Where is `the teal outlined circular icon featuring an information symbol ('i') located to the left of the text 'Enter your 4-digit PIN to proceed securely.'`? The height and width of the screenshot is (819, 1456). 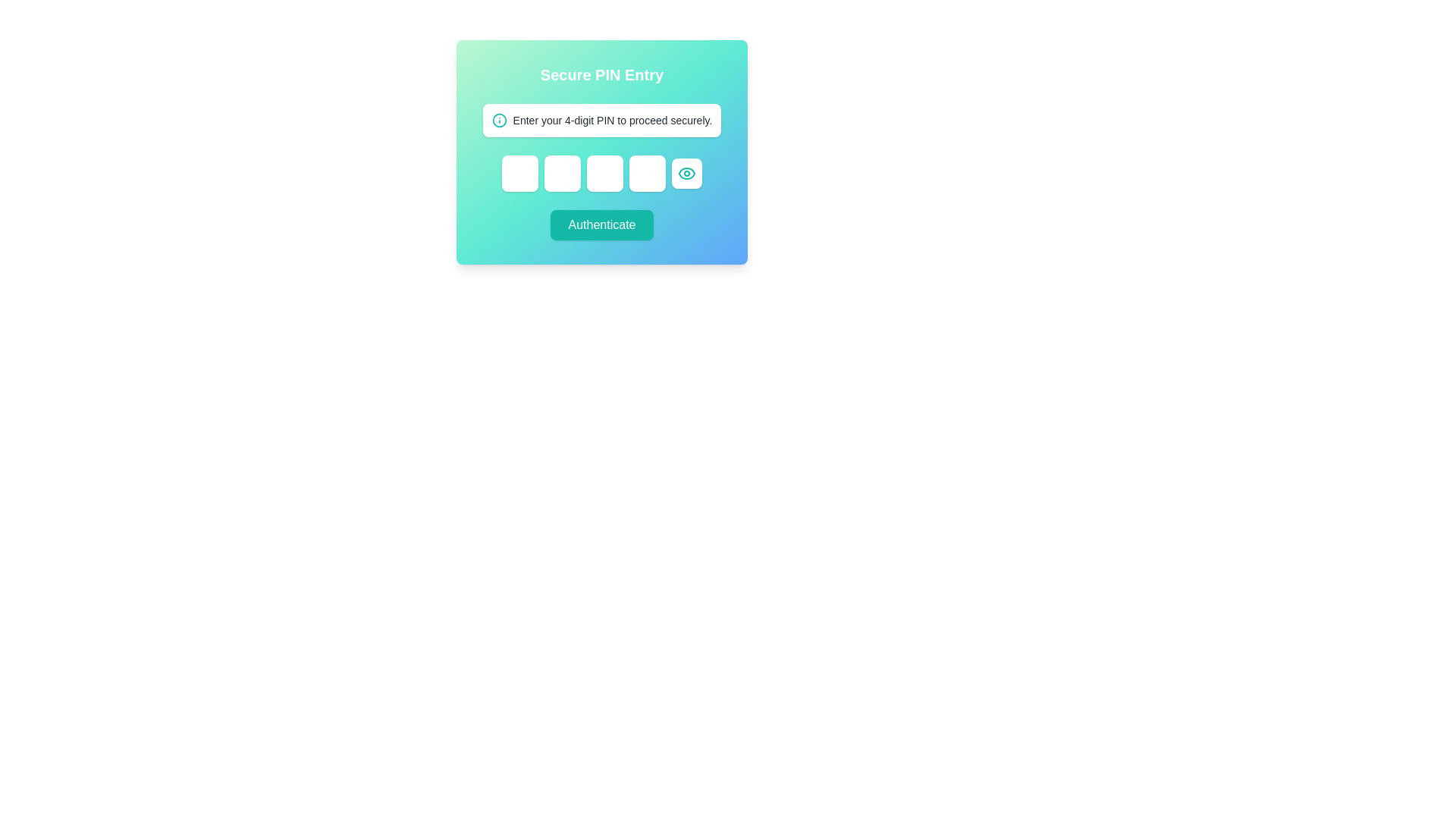 the teal outlined circular icon featuring an information symbol ('i') located to the left of the text 'Enter your 4-digit PIN to proceed securely.' is located at coordinates (499, 119).